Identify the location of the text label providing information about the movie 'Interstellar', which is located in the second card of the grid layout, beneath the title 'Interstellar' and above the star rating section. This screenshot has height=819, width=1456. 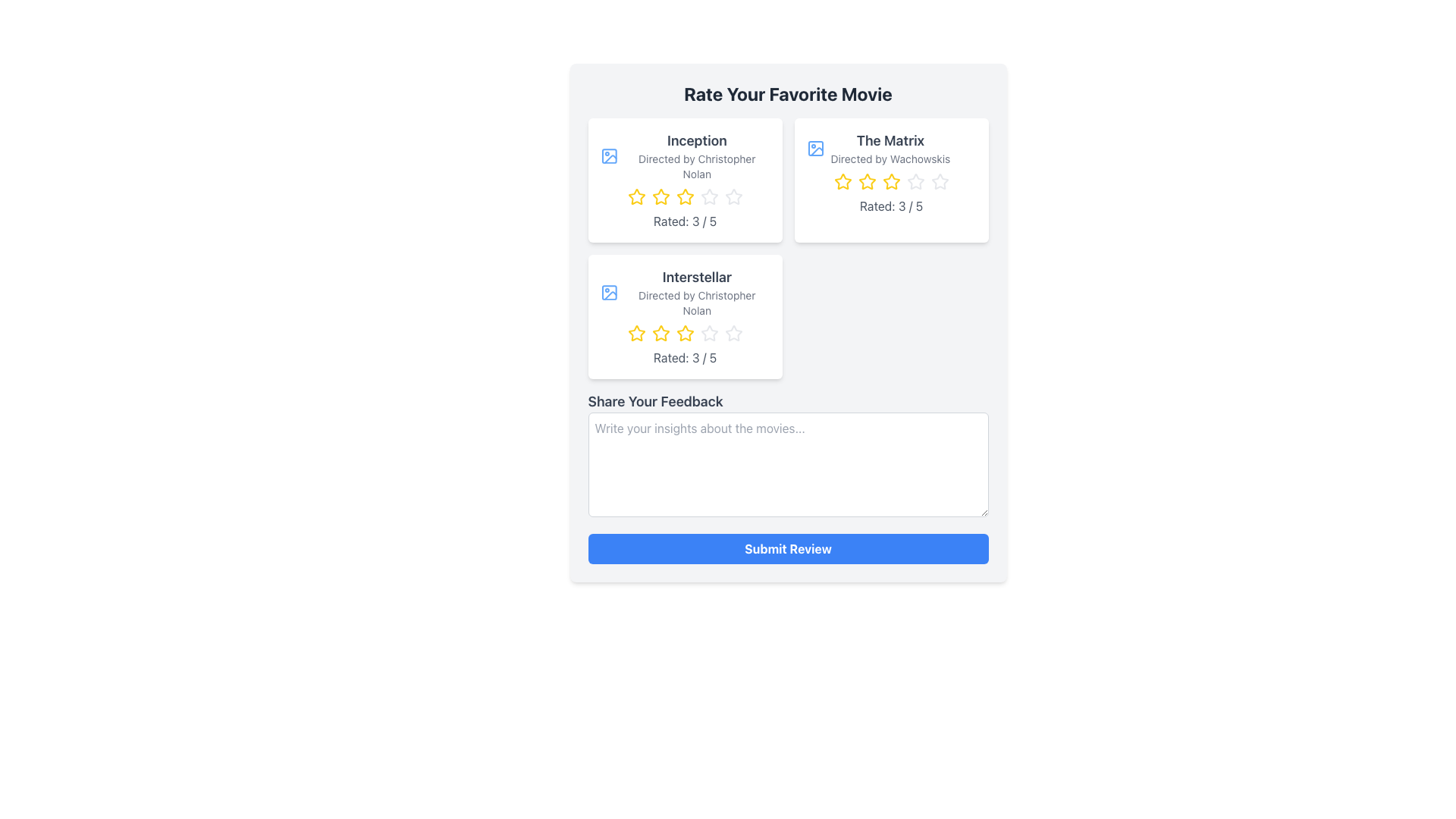
(696, 303).